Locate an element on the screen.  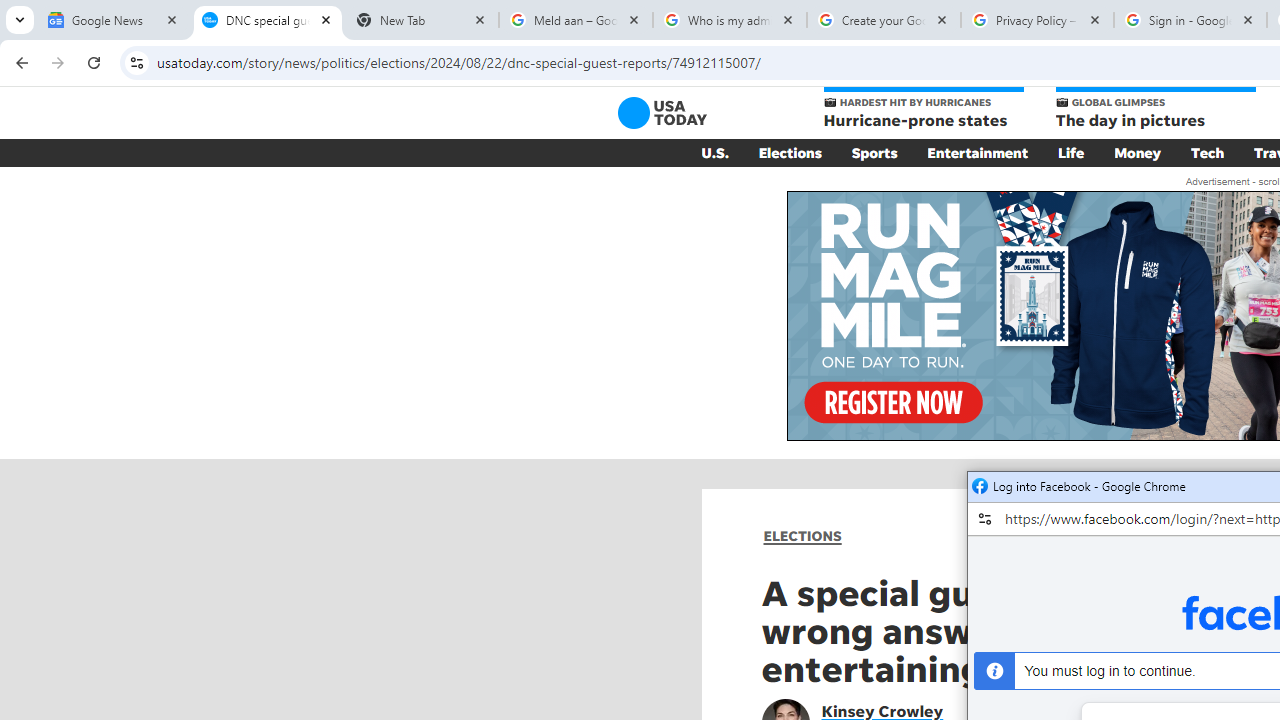
'Entertainment' is located at coordinates (977, 152).